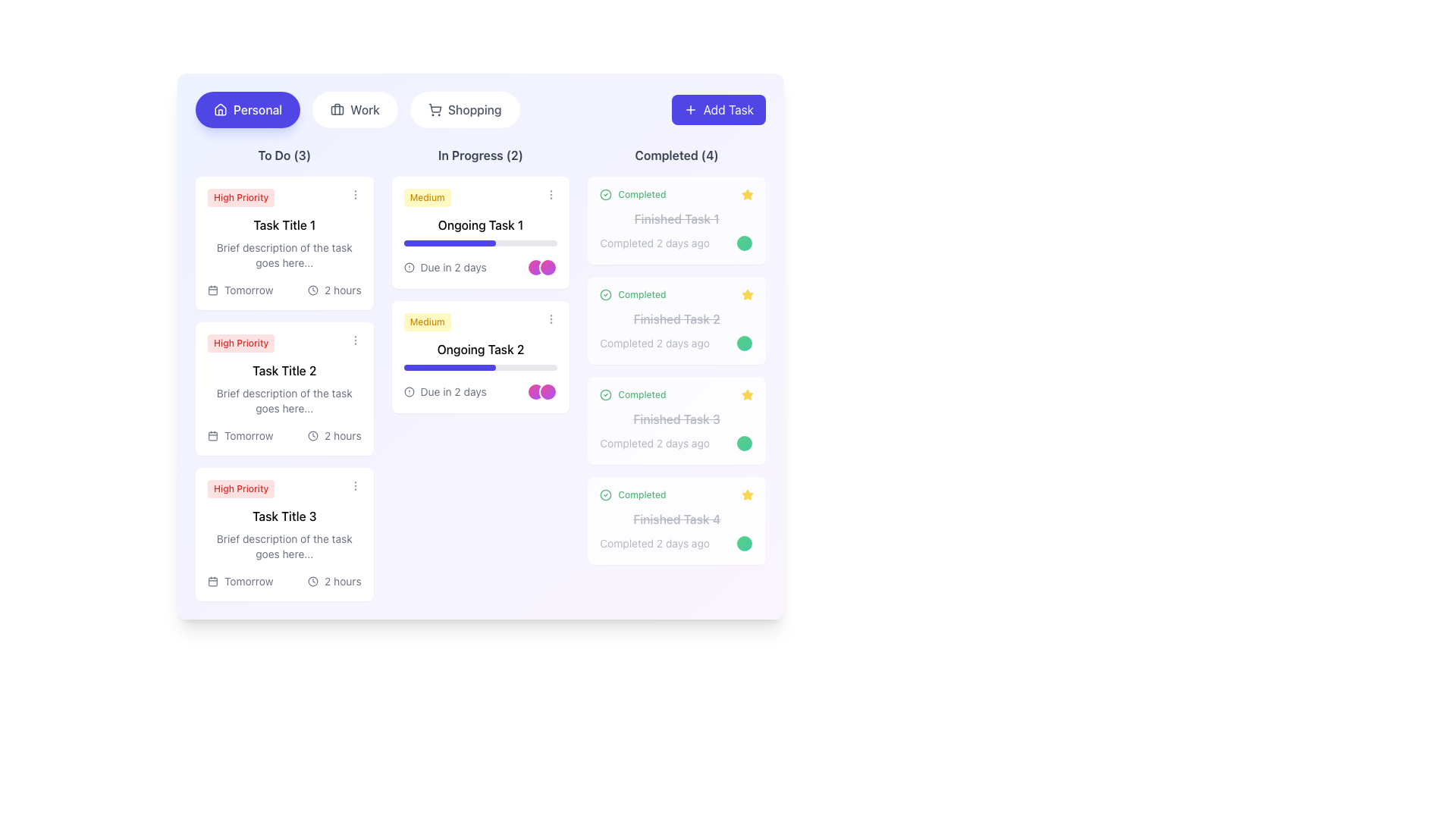 The image size is (1456, 819). Describe the element at coordinates (548, 391) in the screenshot. I see `the decorative or interactive circular icon located at the bottom-right corner of the 'Ongoing Task 2' card` at that location.